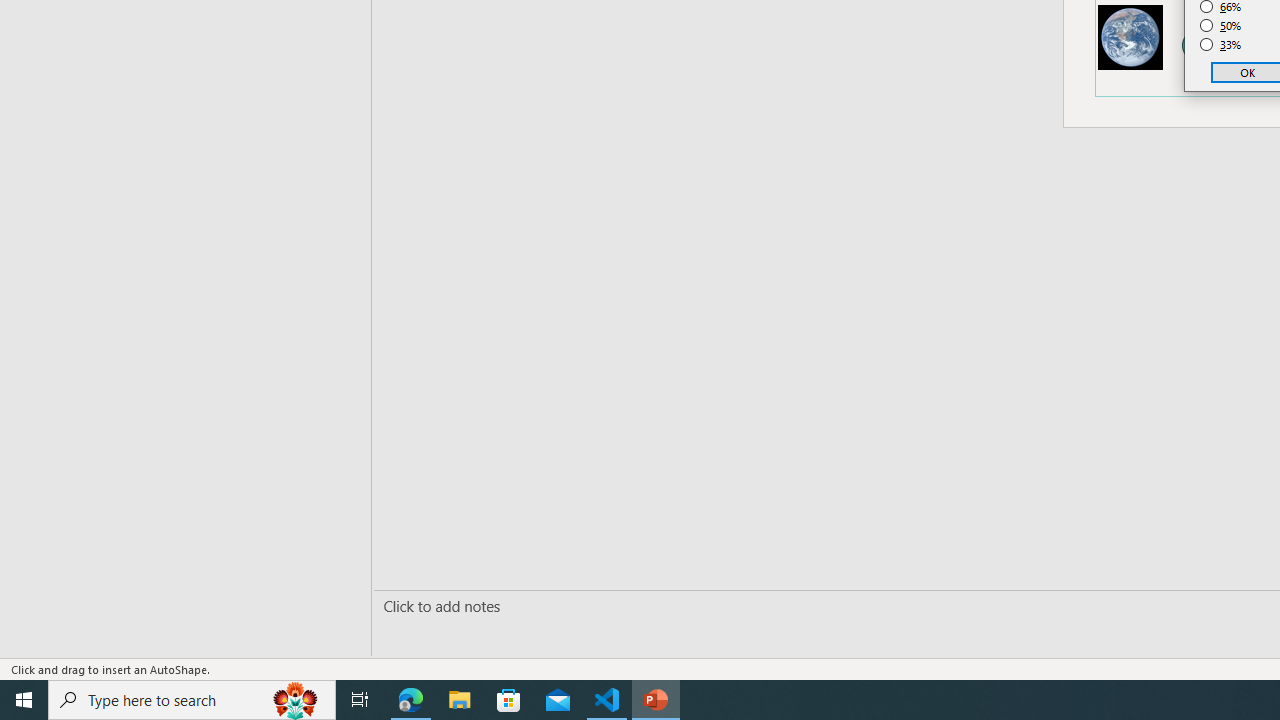 This screenshot has width=1280, height=720. What do you see at coordinates (1220, 25) in the screenshot?
I see `'50%'` at bounding box center [1220, 25].